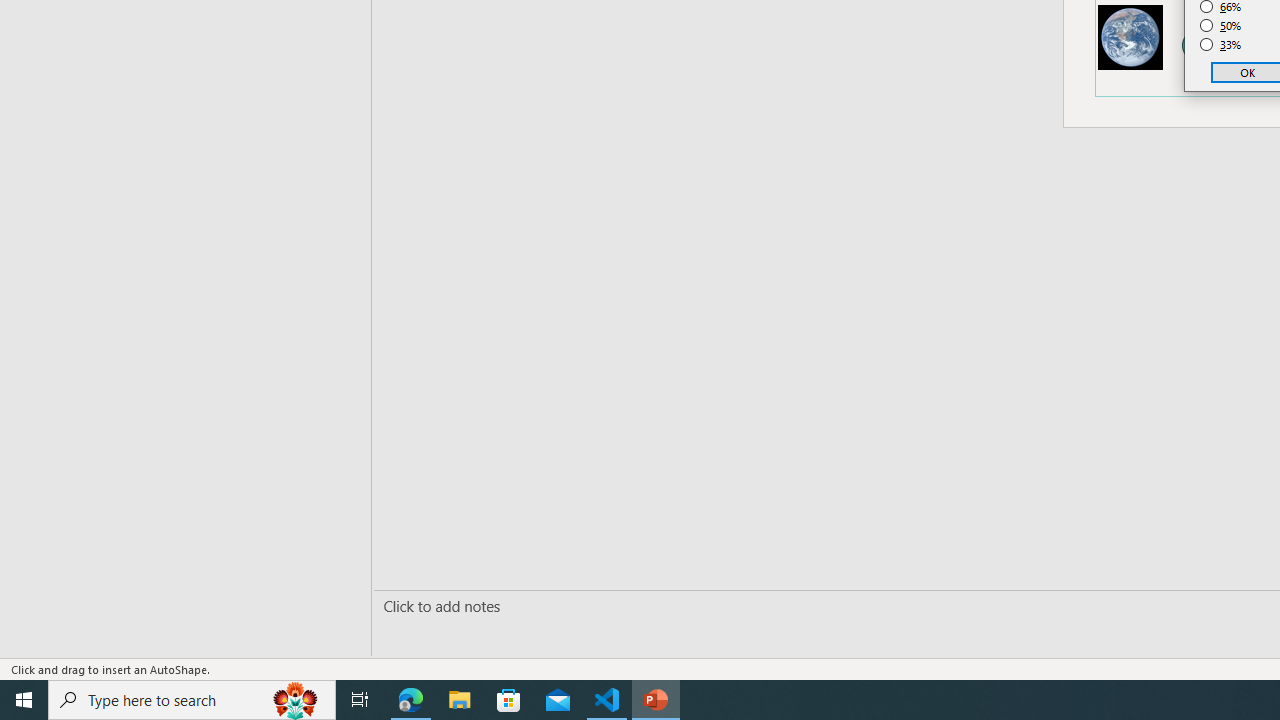 This screenshot has width=1280, height=720. What do you see at coordinates (1220, 25) in the screenshot?
I see `'50%'` at bounding box center [1220, 25].